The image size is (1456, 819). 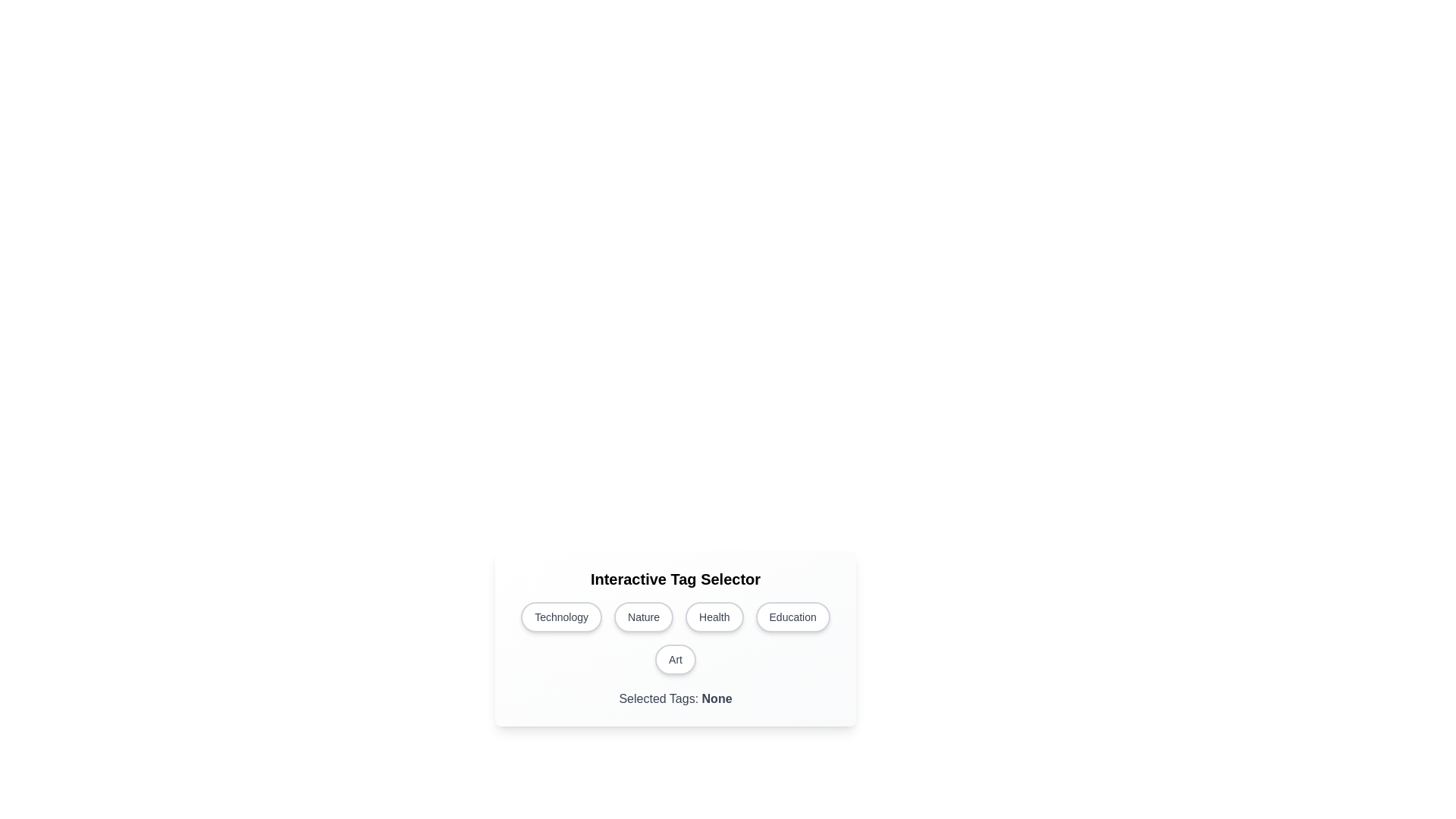 What do you see at coordinates (644, 617) in the screenshot?
I see `the Nature tag to select or deselect it` at bounding box center [644, 617].